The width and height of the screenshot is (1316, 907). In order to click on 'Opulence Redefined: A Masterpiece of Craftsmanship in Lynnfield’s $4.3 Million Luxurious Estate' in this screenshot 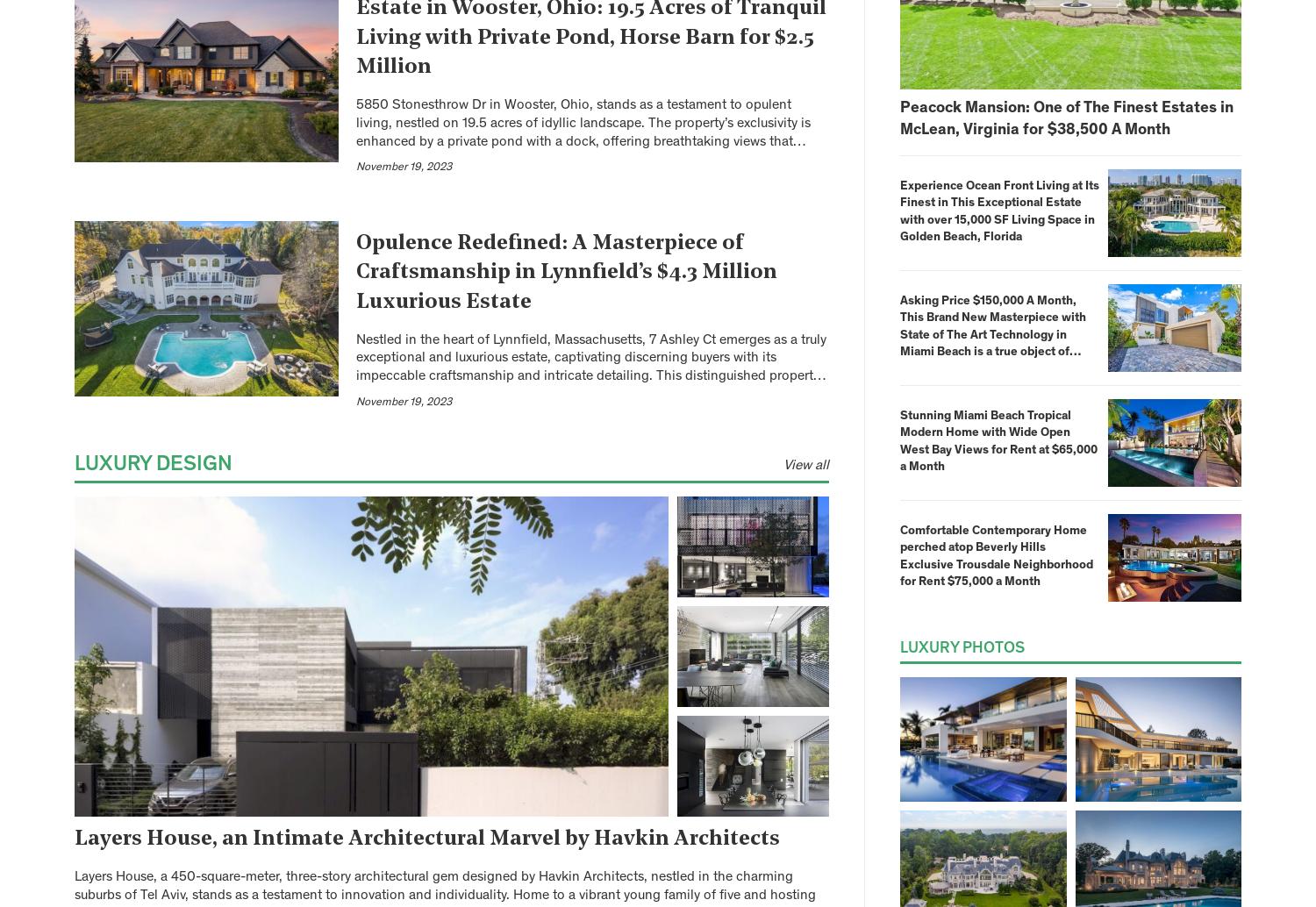, I will do `click(567, 272)`.